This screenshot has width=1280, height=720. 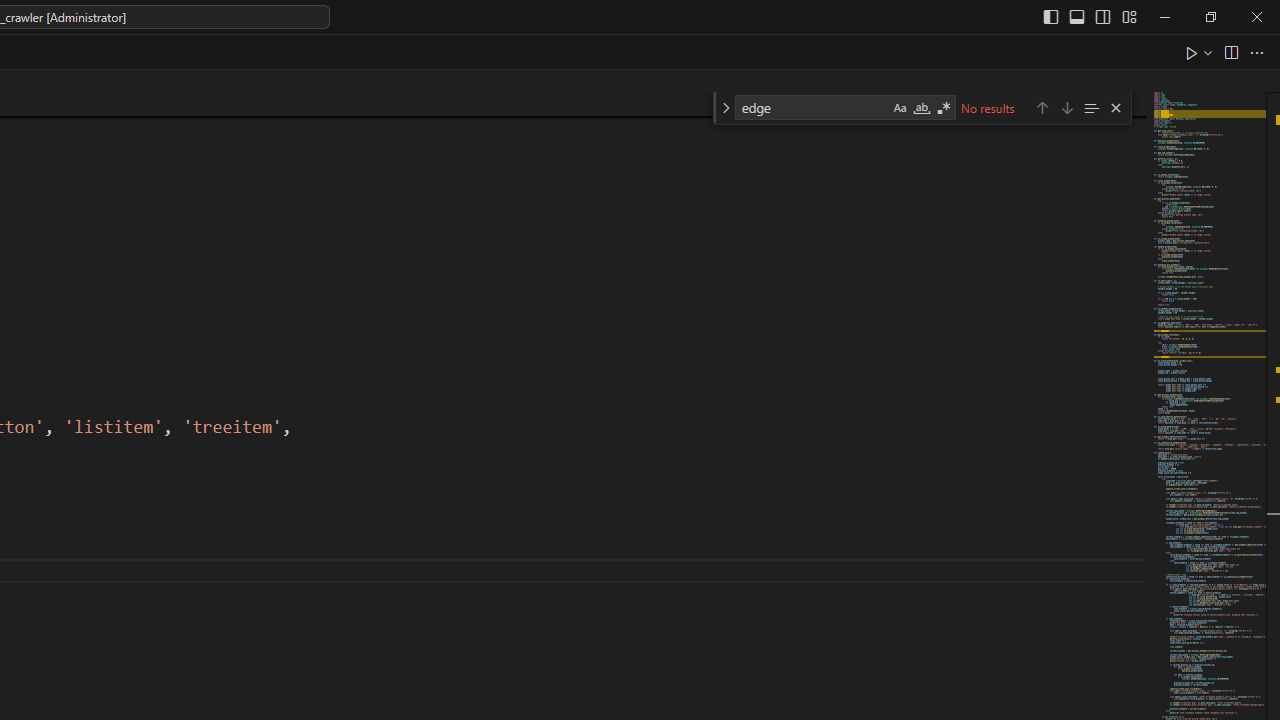 What do you see at coordinates (1040, 107) in the screenshot?
I see `'Previous Match (Shift+Enter)'` at bounding box center [1040, 107].